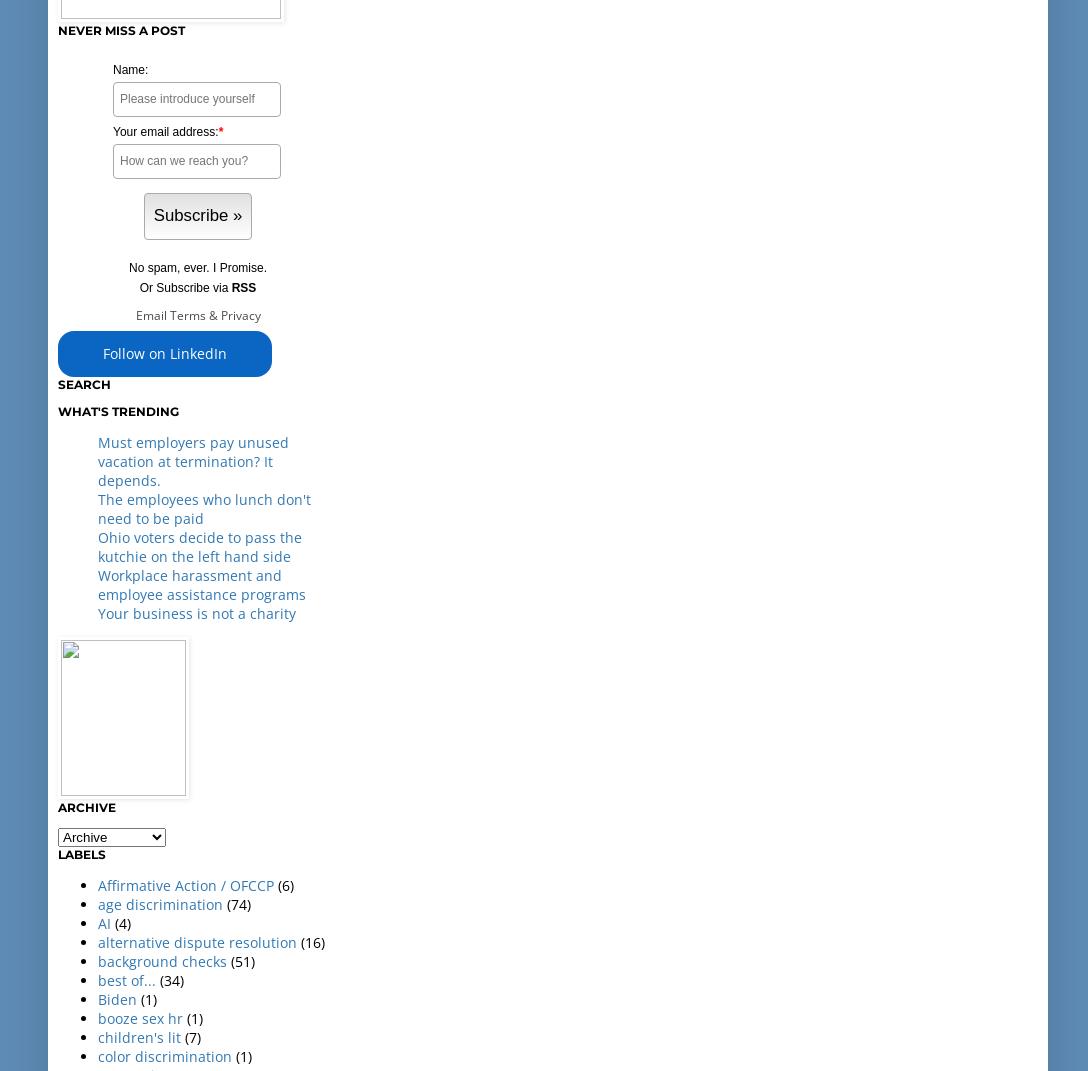 This screenshot has height=1071, width=1088. What do you see at coordinates (126, 978) in the screenshot?
I see `'best of...'` at bounding box center [126, 978].